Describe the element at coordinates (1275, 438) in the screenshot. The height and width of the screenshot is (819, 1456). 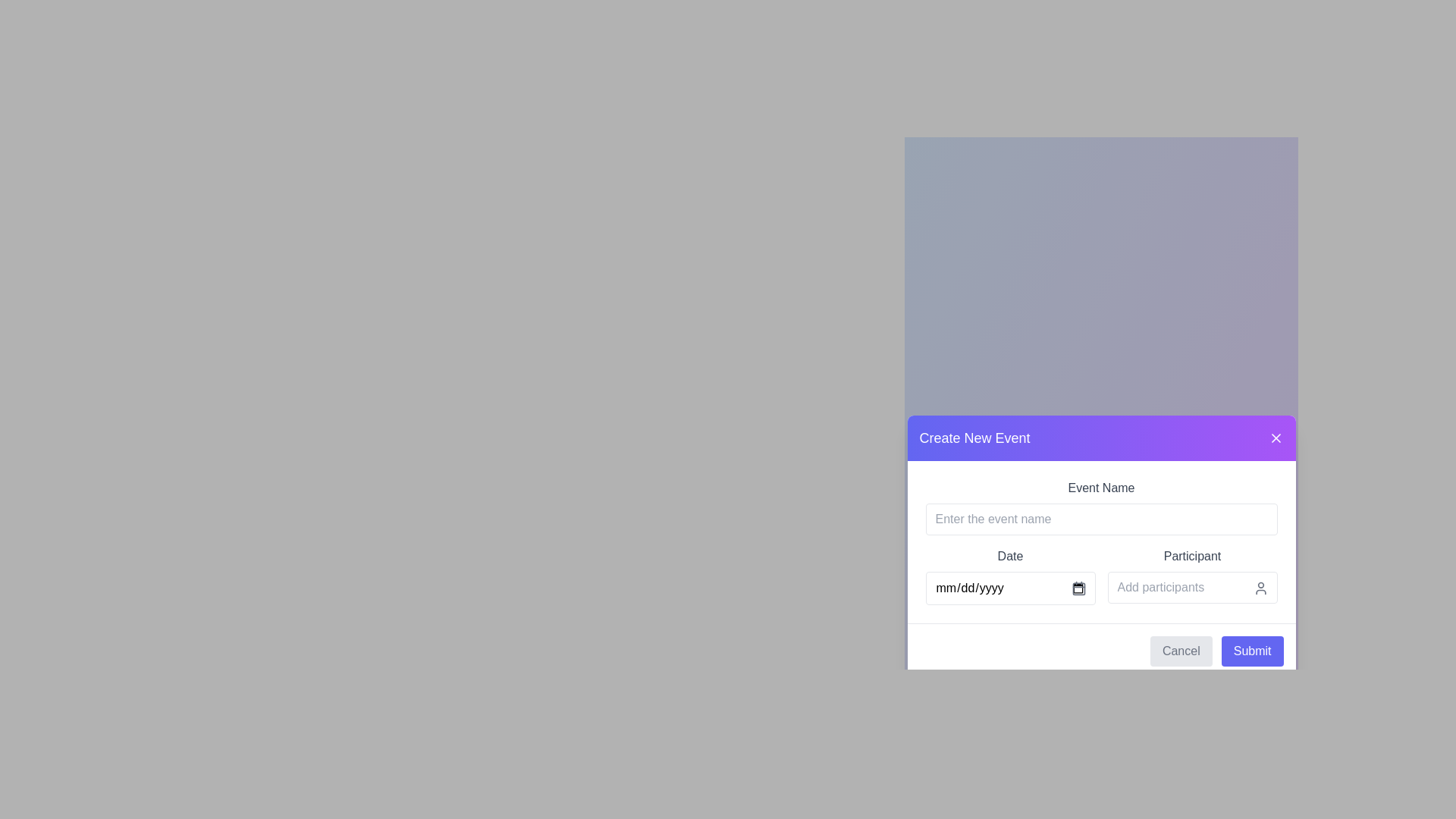
I see `the circular button with a white 'X' icon located in the top right corner of the modal header` at that location.